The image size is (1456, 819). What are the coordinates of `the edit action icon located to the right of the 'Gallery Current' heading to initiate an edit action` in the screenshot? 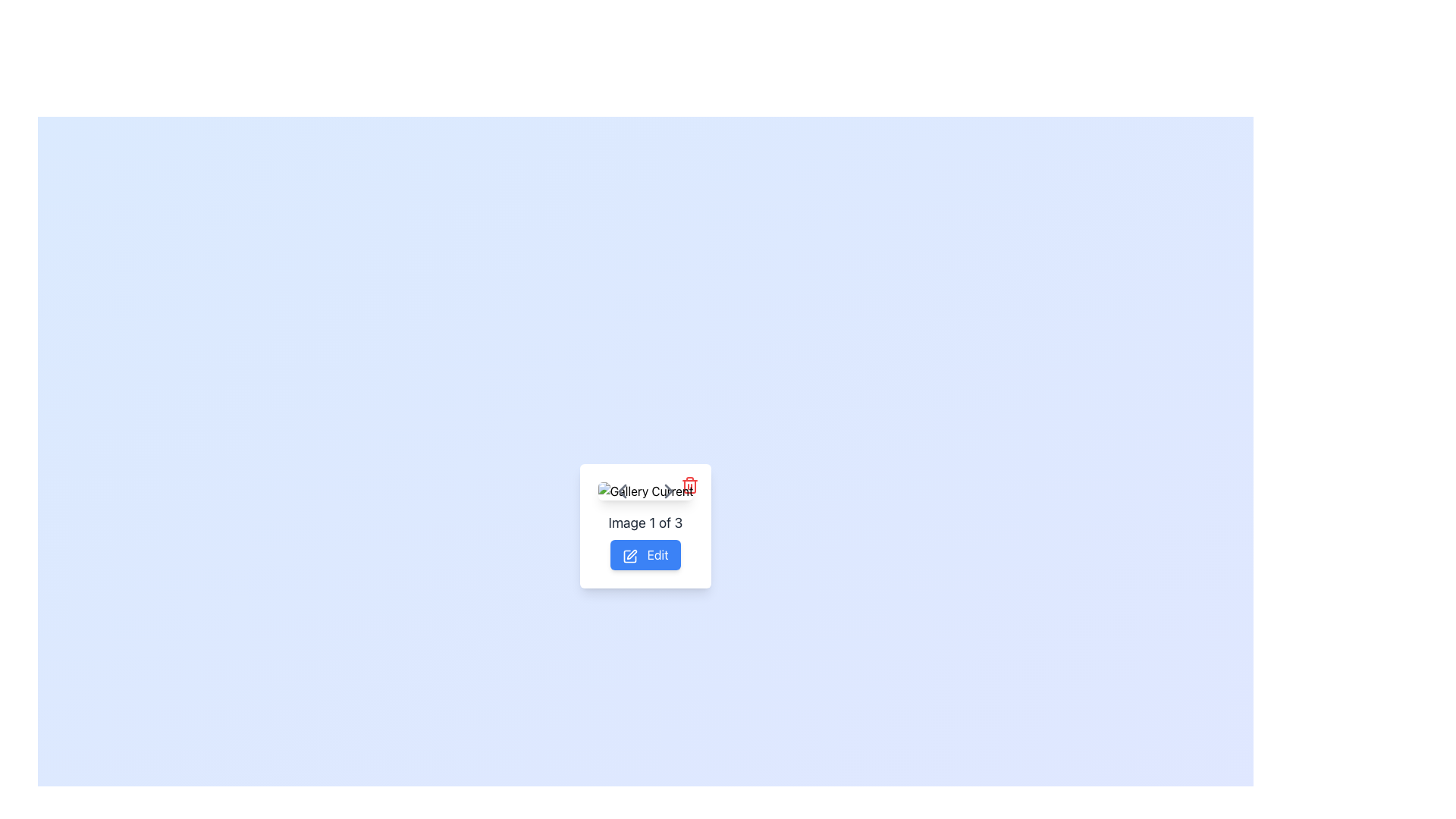 It's located at (632, 554).